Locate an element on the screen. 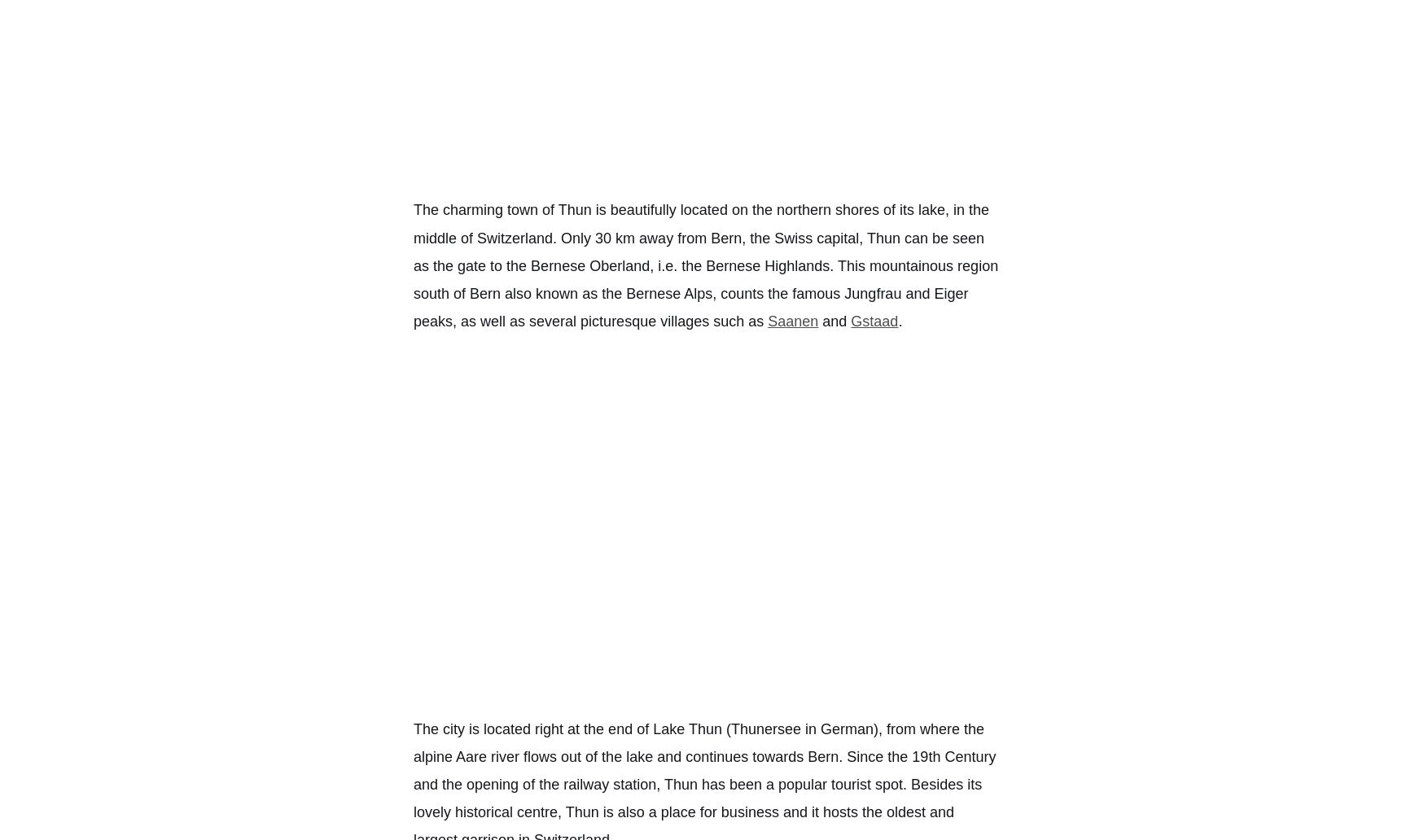  'Bernese Highlands' is located at coordinates (767, 265).